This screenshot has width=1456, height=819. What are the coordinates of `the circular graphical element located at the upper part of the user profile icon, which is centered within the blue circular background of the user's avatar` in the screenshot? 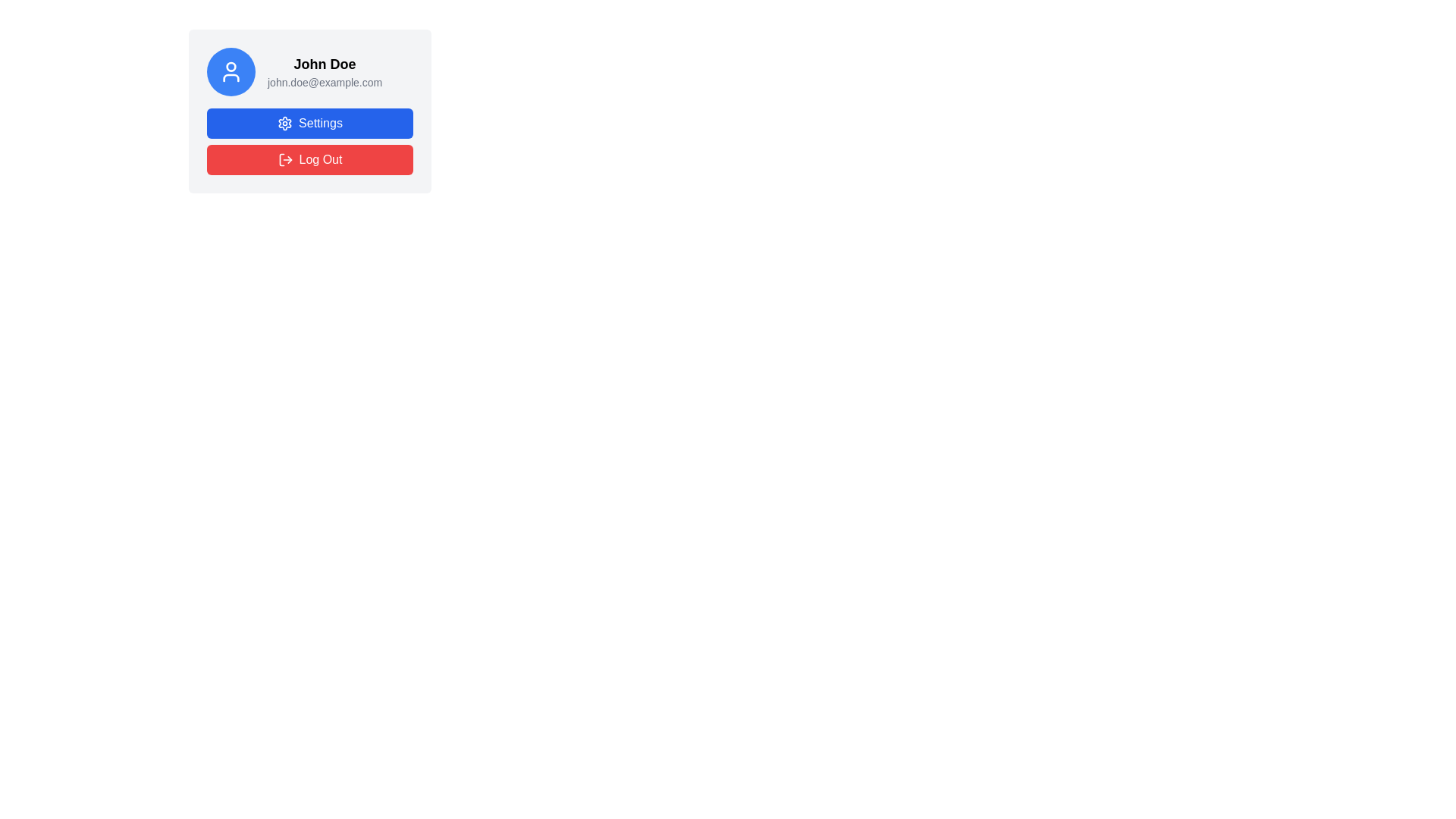 It's located at (231, 66).